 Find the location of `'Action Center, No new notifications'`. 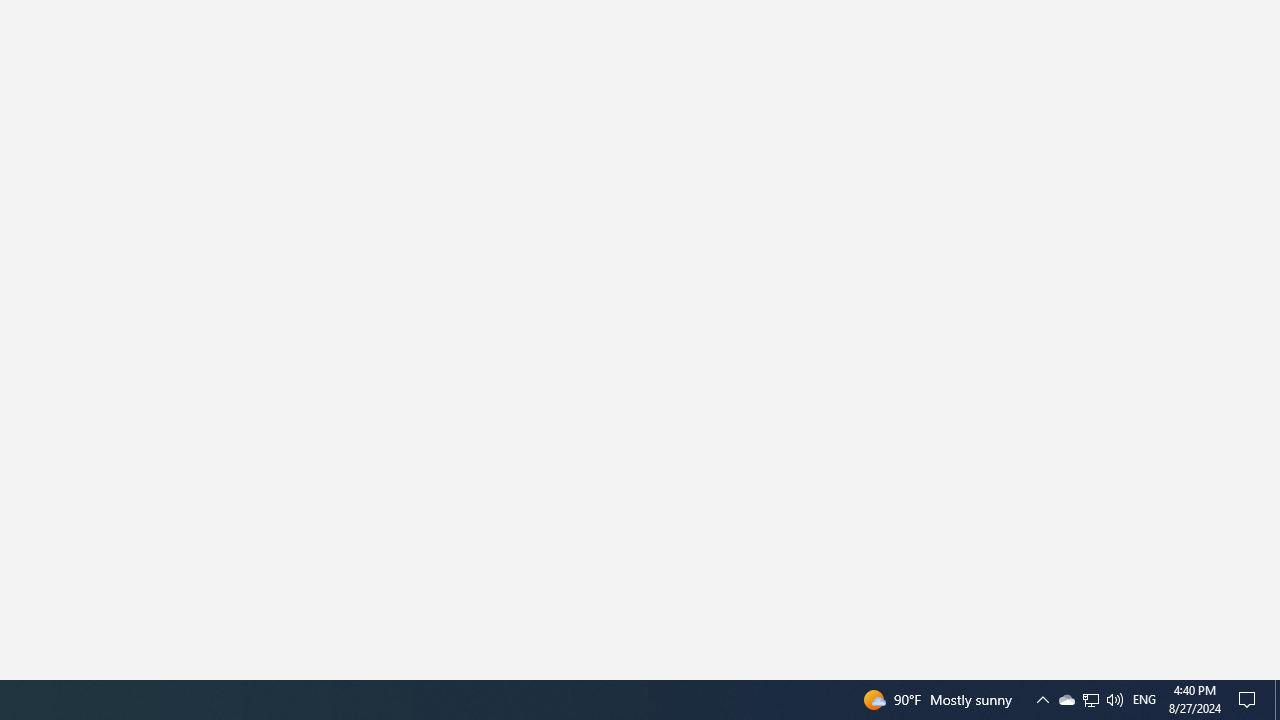

'Action Center, No new notifications' is located at coordinates (1250, 698).